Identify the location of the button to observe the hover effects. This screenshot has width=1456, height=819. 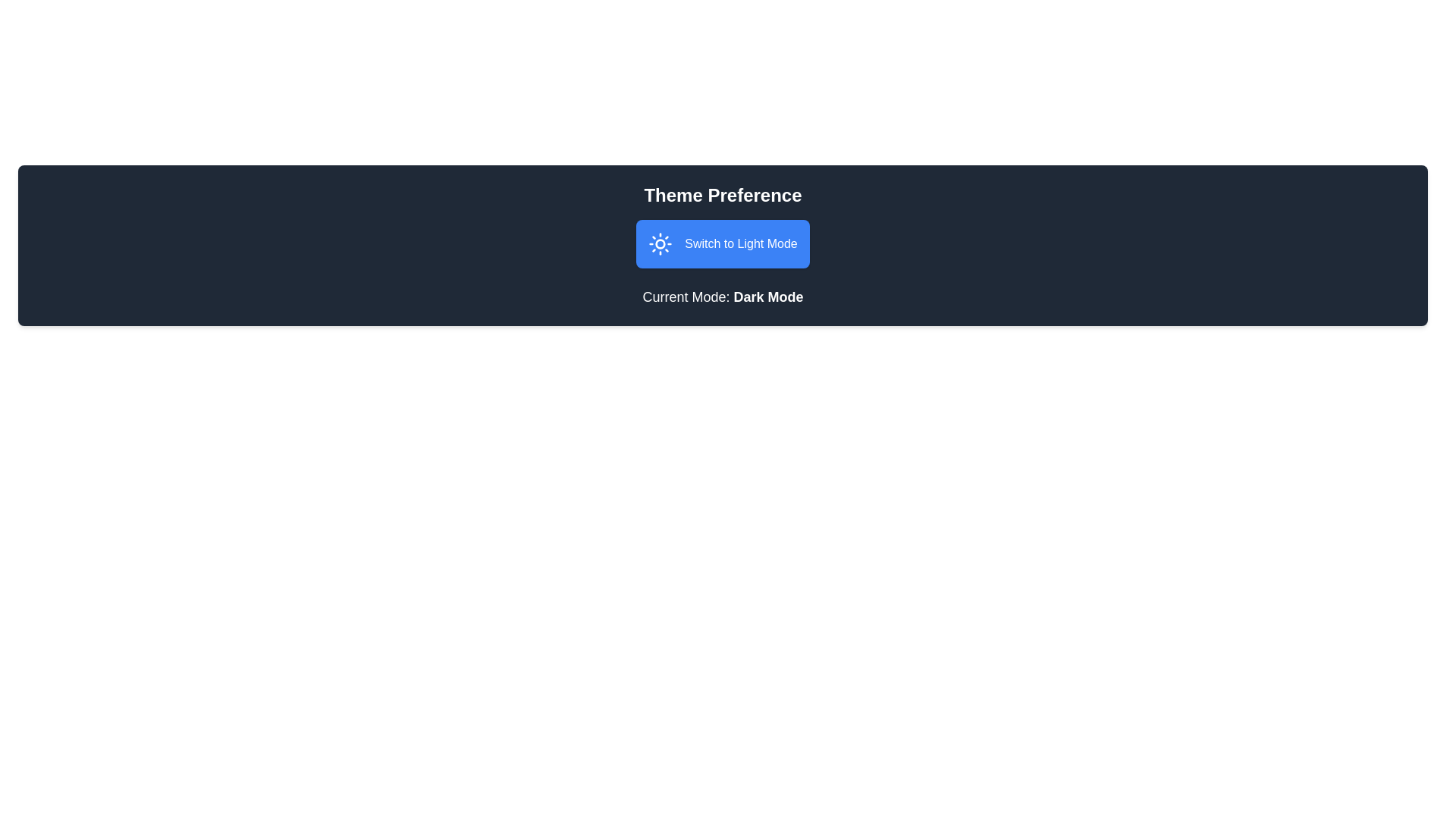
(722, 243).